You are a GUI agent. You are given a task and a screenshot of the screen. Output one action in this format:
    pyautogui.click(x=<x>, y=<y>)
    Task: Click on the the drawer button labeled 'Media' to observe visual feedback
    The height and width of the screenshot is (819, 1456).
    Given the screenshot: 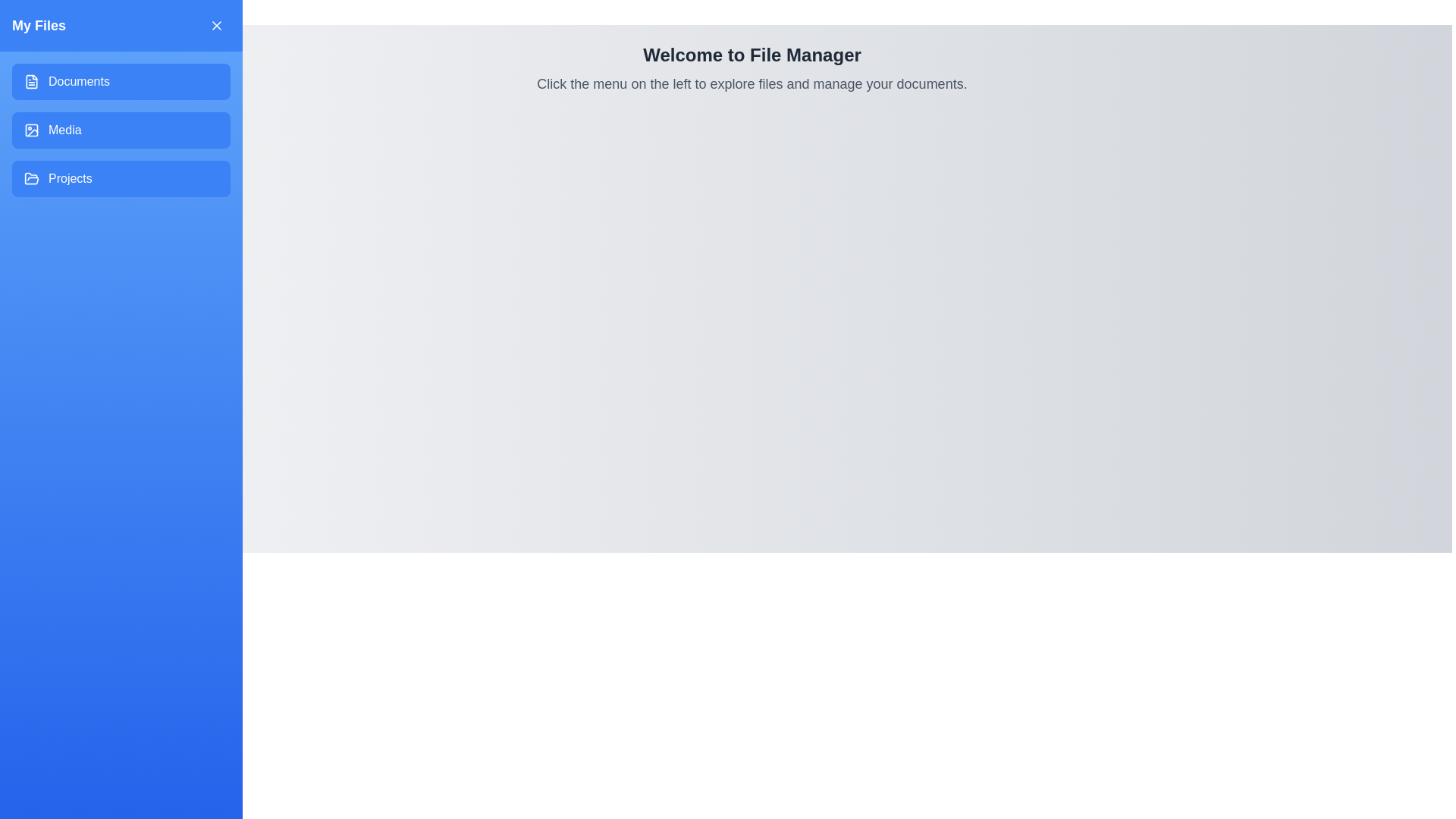 What is the action you would take?
    pyautogui.click(x=120, y=130)
    